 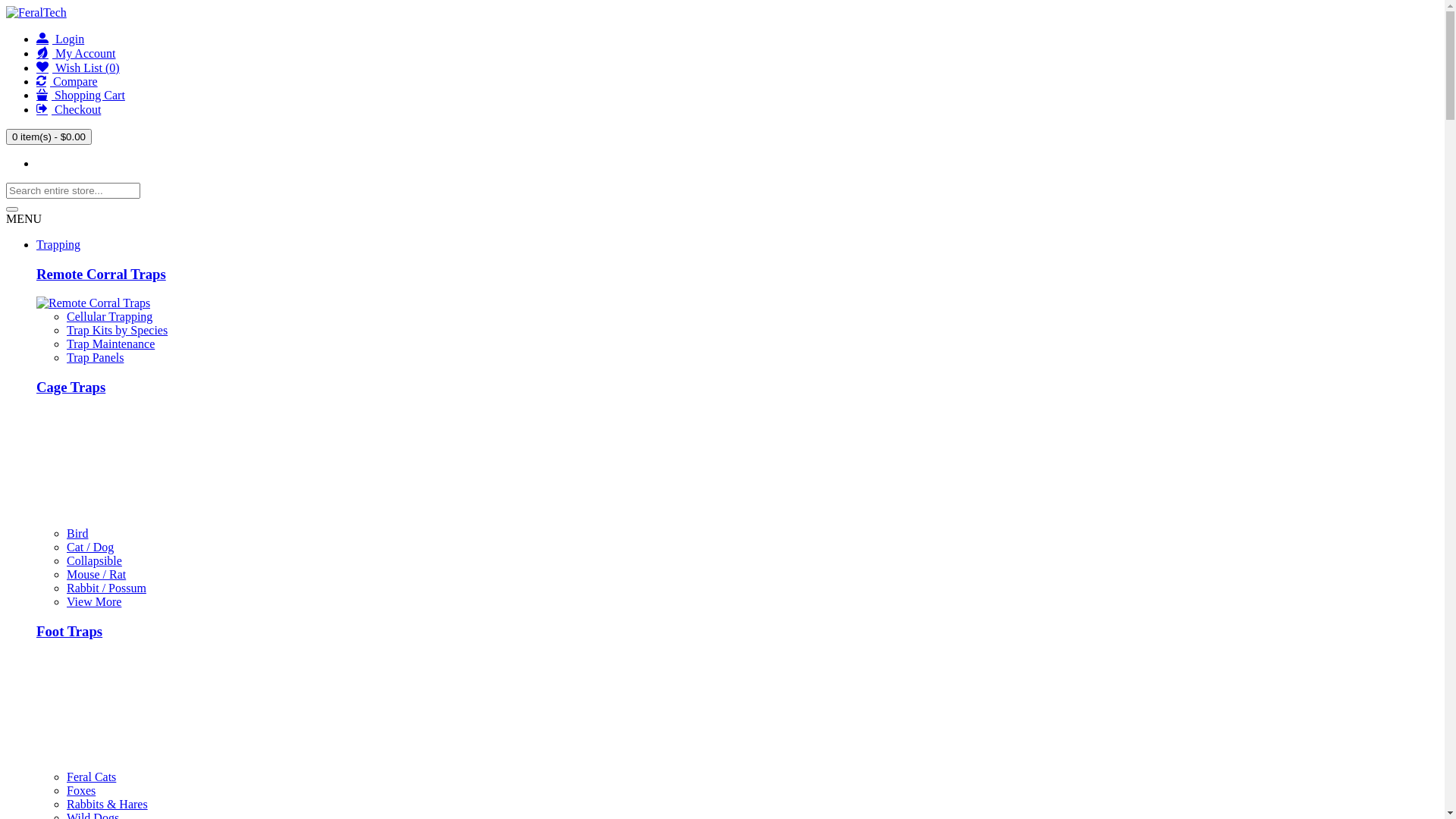 What do you see at coordinates (60, 38) in the screenshot?
I see `'Login'` at bounding box center [60, 38].